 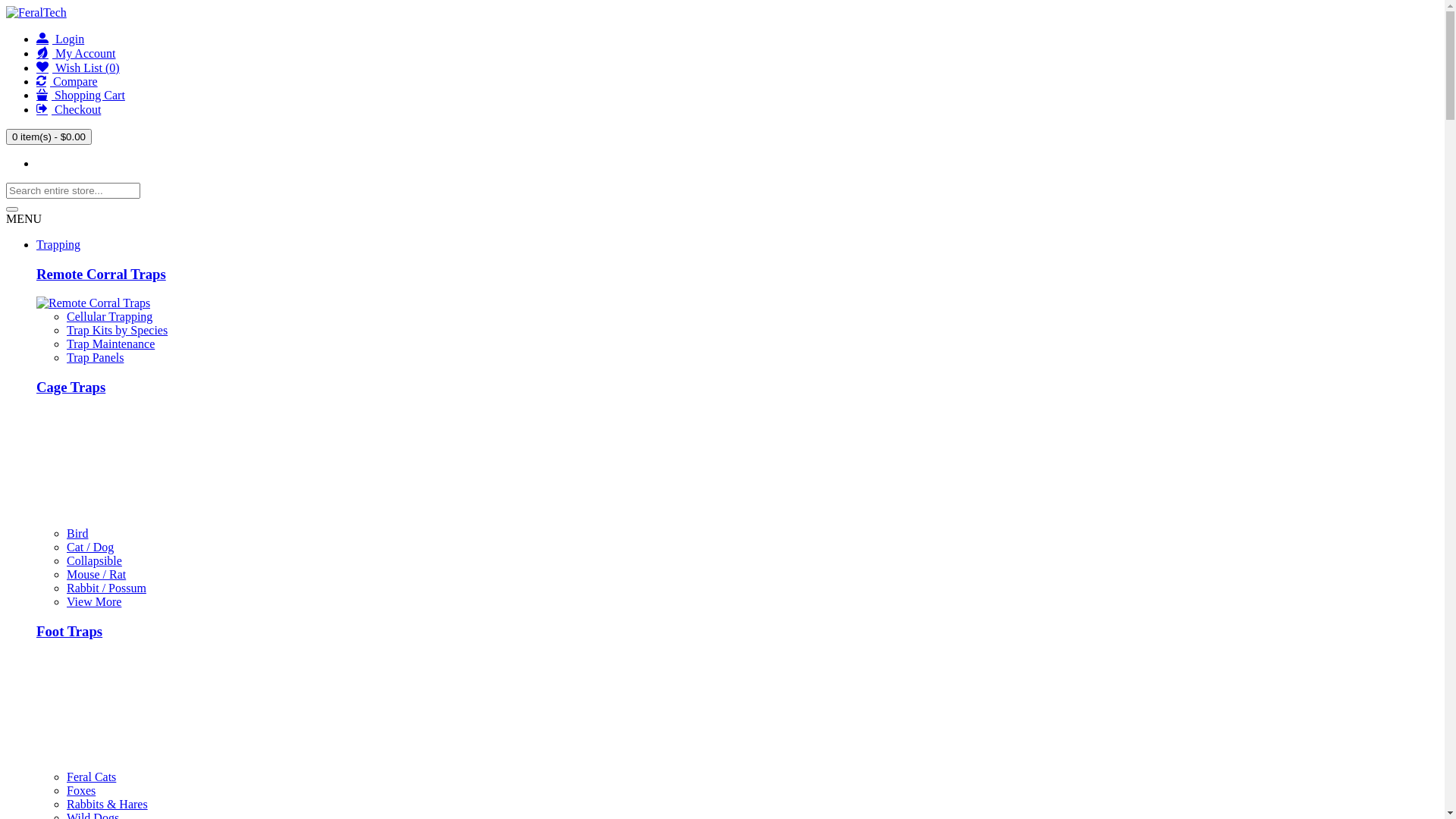 What do you see at coordinates (60, 38) in the screenshot?
I see `'Login'` at bounding box center [60, 38].